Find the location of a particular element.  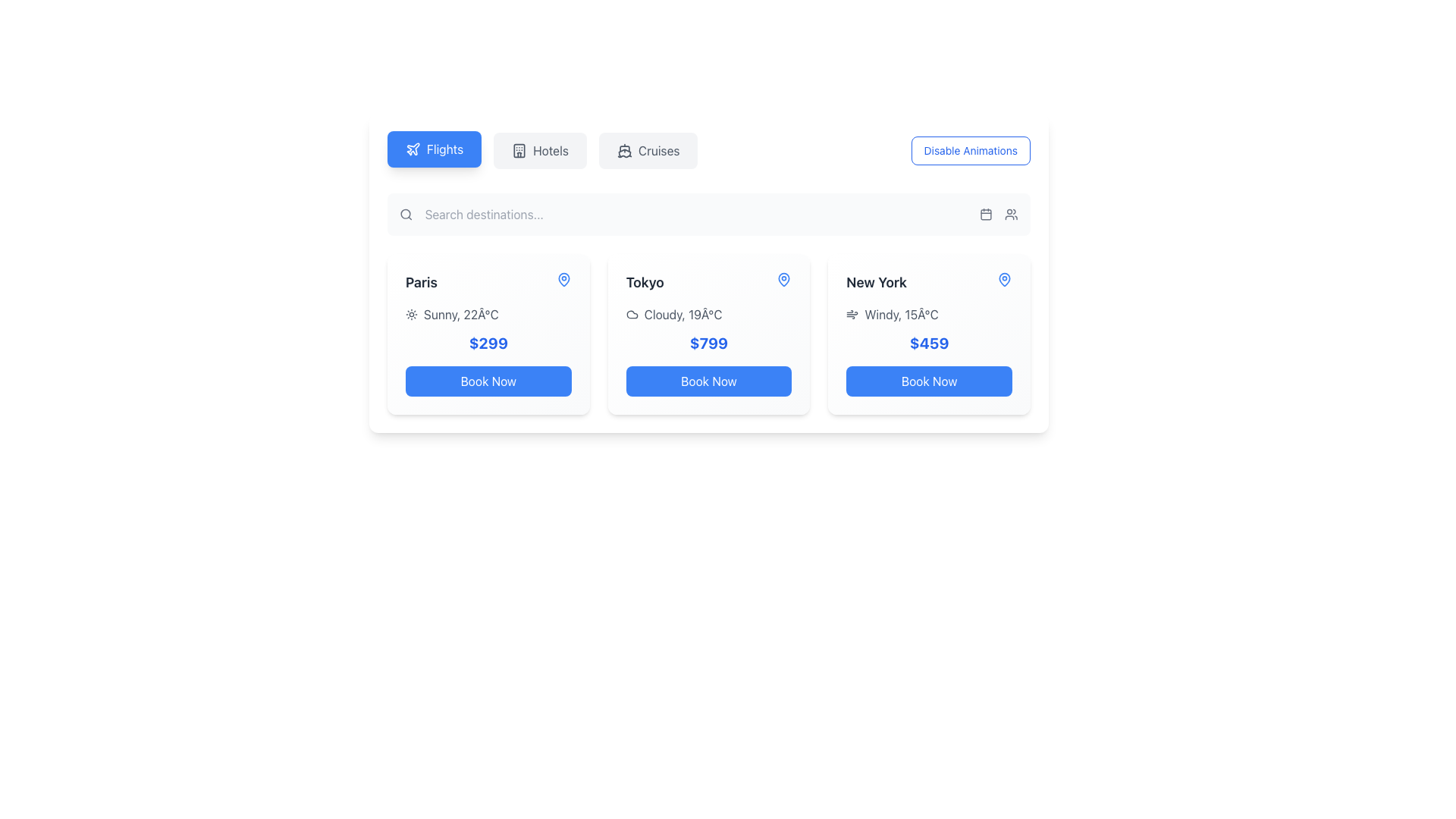

the icon representing the location 'Paris' on the map, which is positioned to the right of the text 'Paris' is located at coordinates (563, 280).